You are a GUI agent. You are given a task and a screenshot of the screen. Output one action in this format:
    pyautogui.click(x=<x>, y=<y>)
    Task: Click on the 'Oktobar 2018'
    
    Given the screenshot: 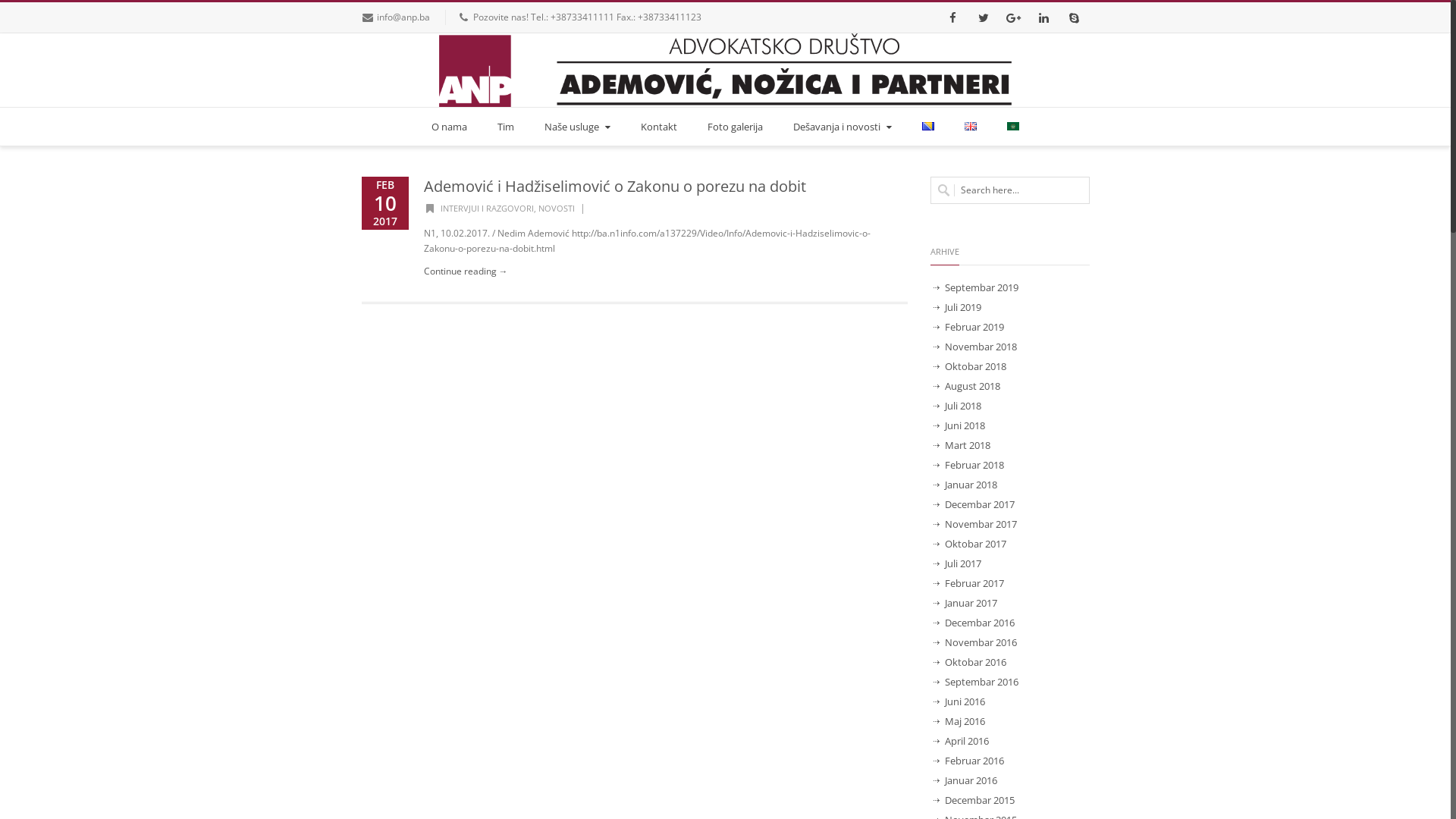 What is the action you would take?
    pyautogui.click(x=969, y=366)
    